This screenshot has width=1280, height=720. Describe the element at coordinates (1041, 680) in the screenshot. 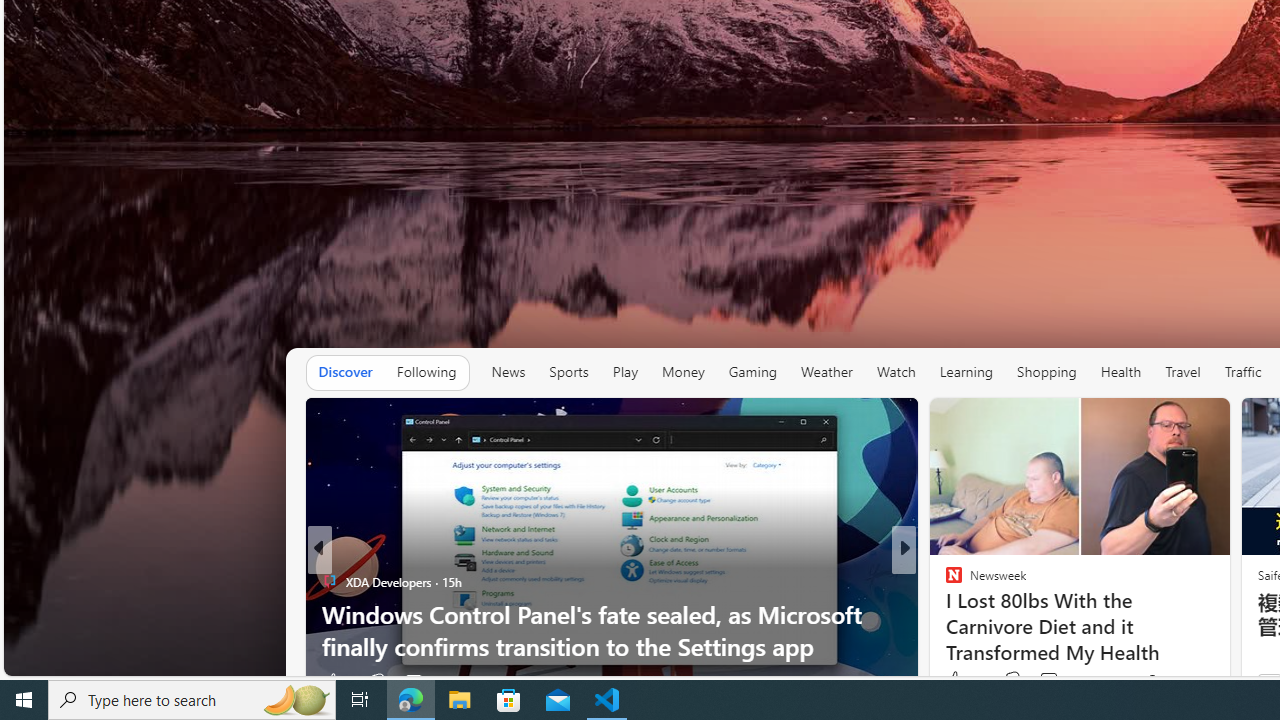

I see `'View comments 19 Comment'` at that location.